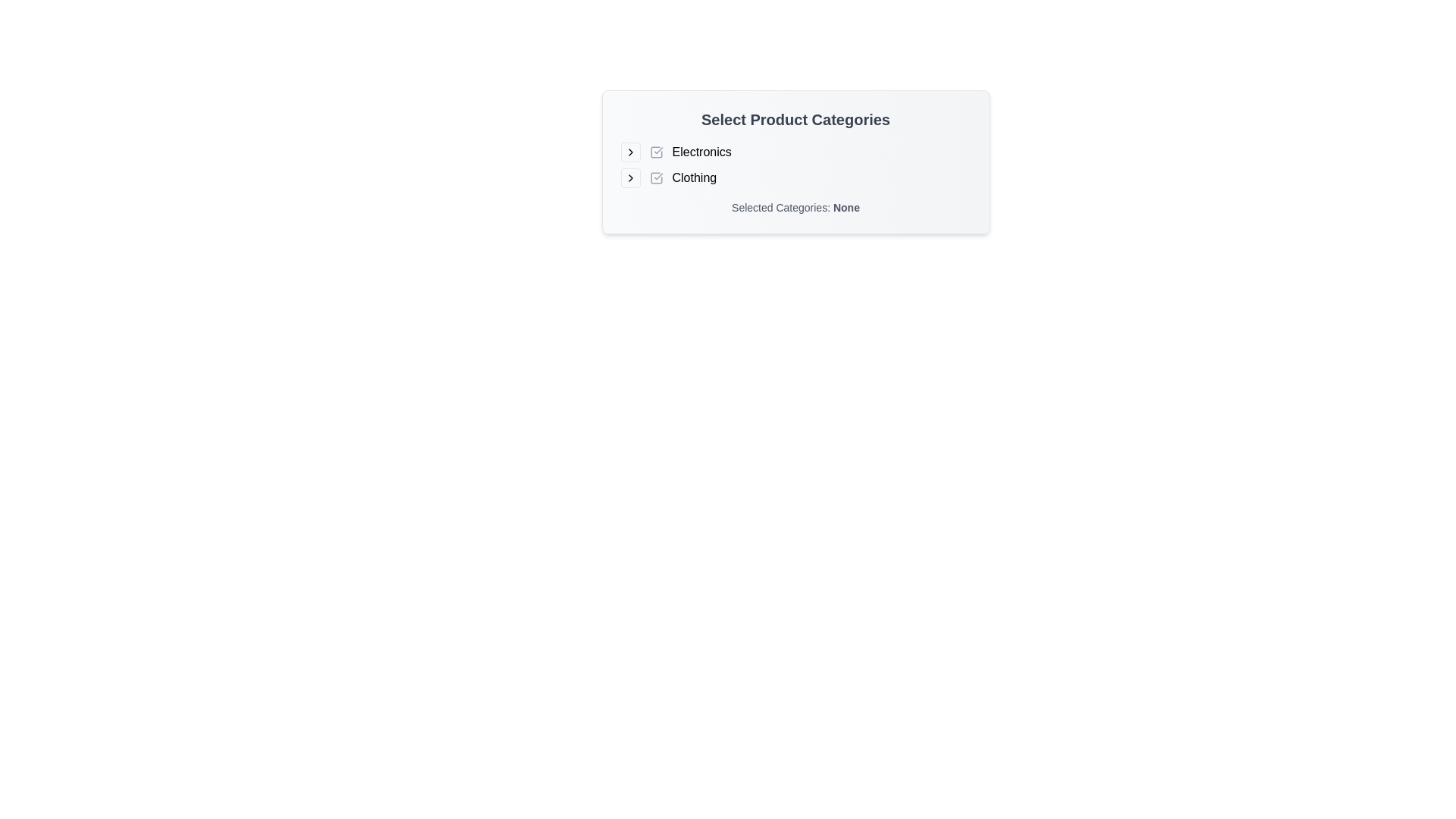 This screenshot has width=1456, height=819. What do you see at coordinates (630, 152) in the screenshot?
I see `the right-pointing chevron icon next to the 'Electronics' text in the 'Select Product Categories' interface for interaction feedback` at bounding box center [630, 152].